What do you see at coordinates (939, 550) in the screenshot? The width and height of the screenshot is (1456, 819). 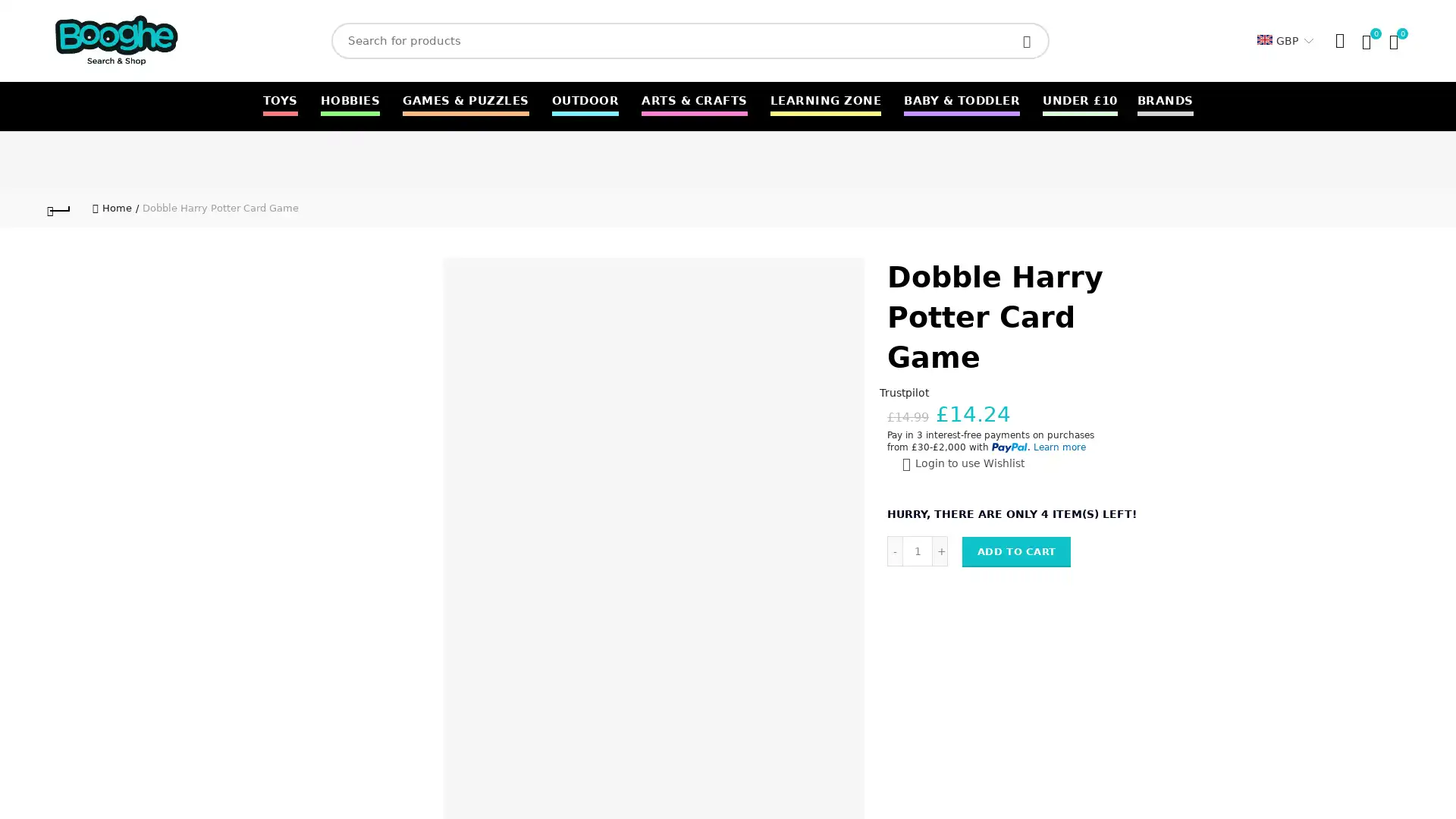 I see `+` at bounding box center [939, 550].